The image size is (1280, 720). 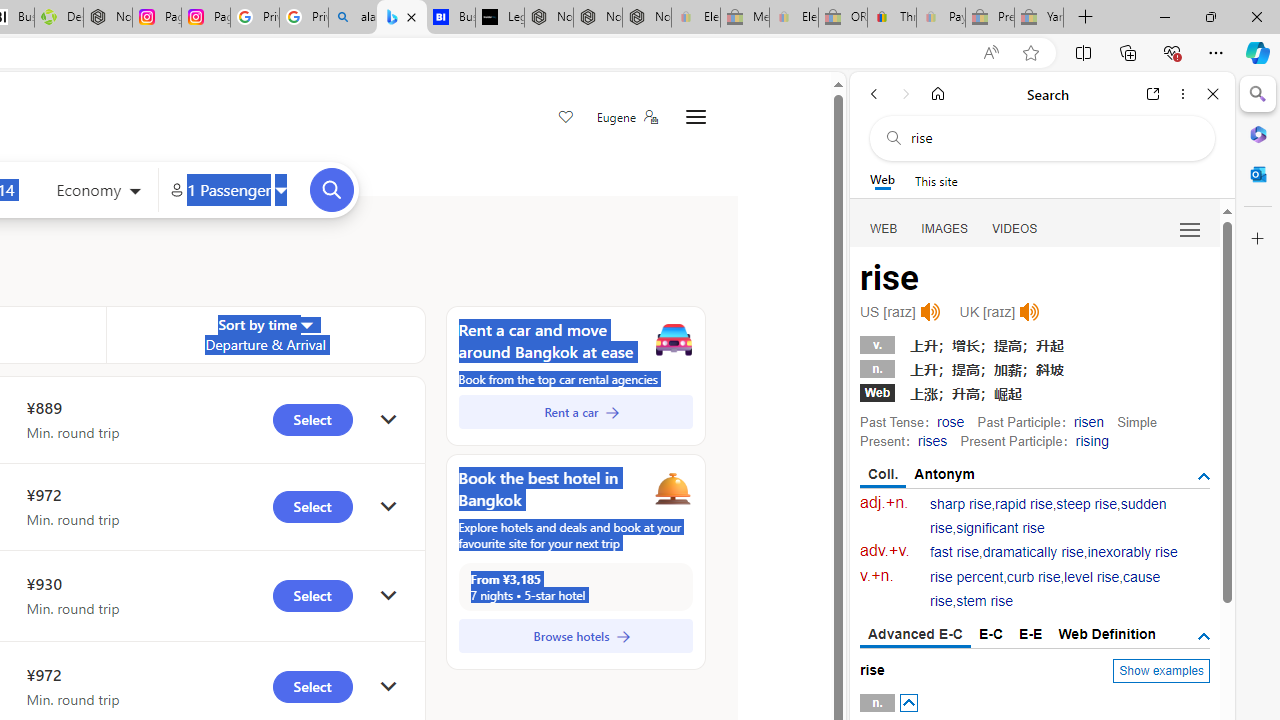 I want to click on 'Save', so click(x=564, y=118).